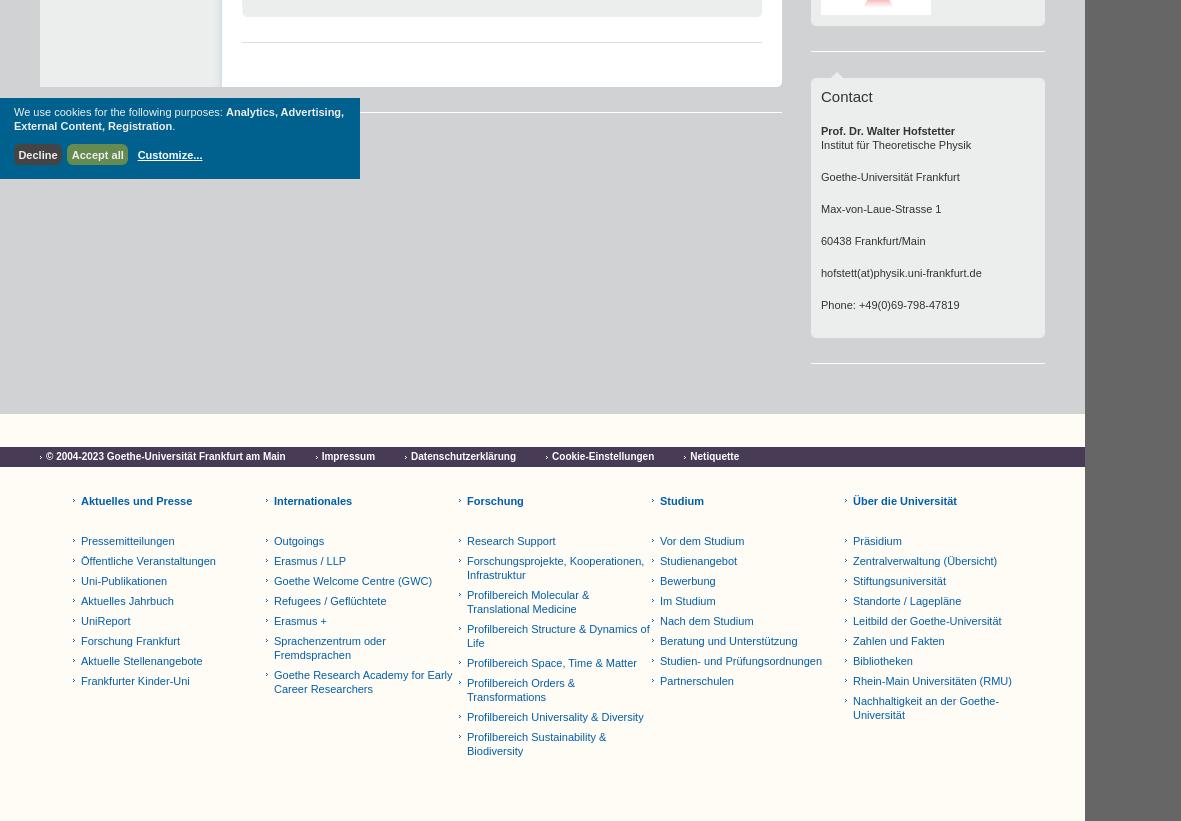  Describe the element at coordinates (898, 580) in the screenshot. I see `'Stiftungsuniversität'` at that location.